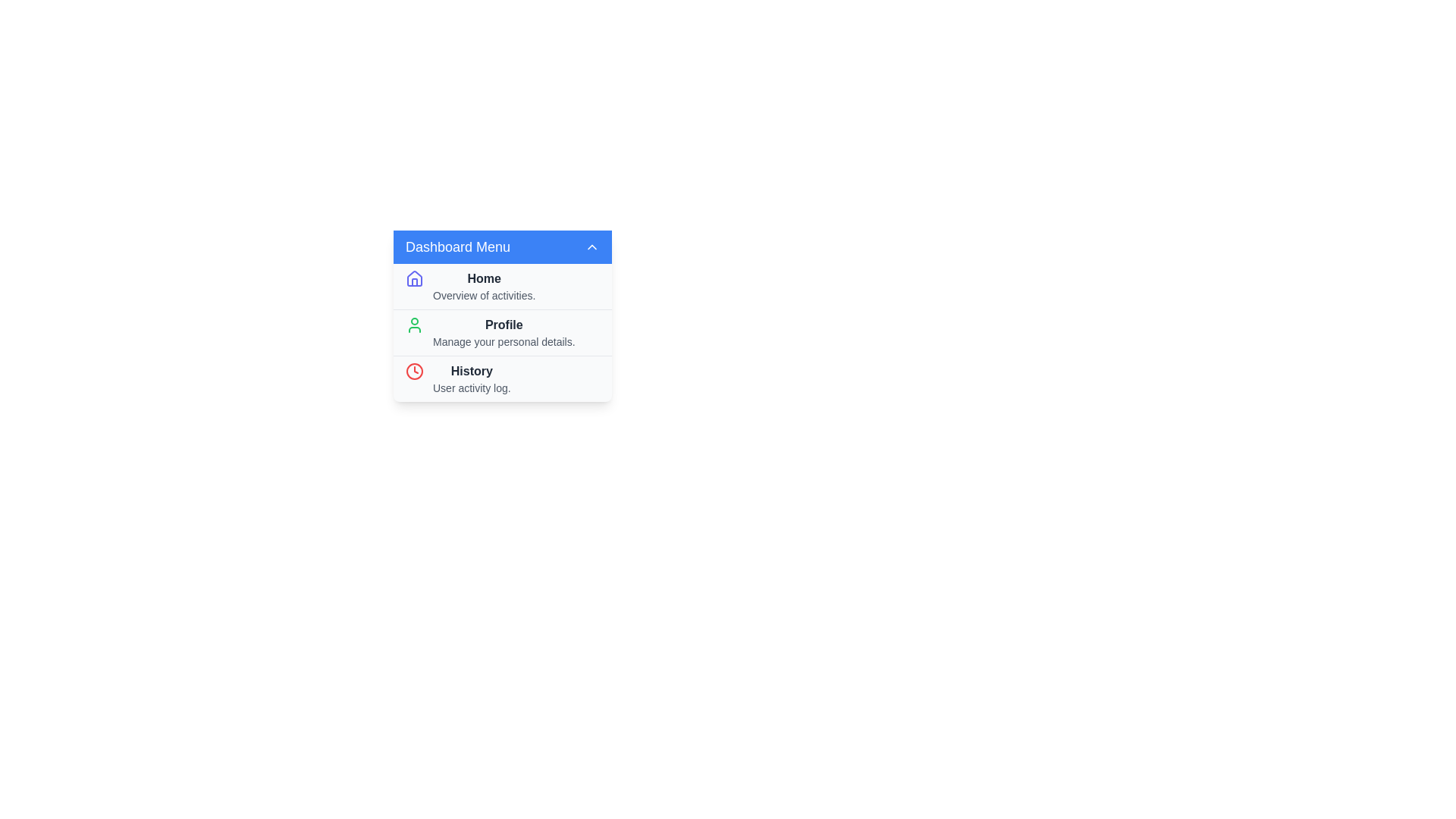  What do you see at coordinates (502, 331) in the screenshot?
I see `the 'Profile' menu option in the Dashboard Menu` at bounding box center [502, 331].